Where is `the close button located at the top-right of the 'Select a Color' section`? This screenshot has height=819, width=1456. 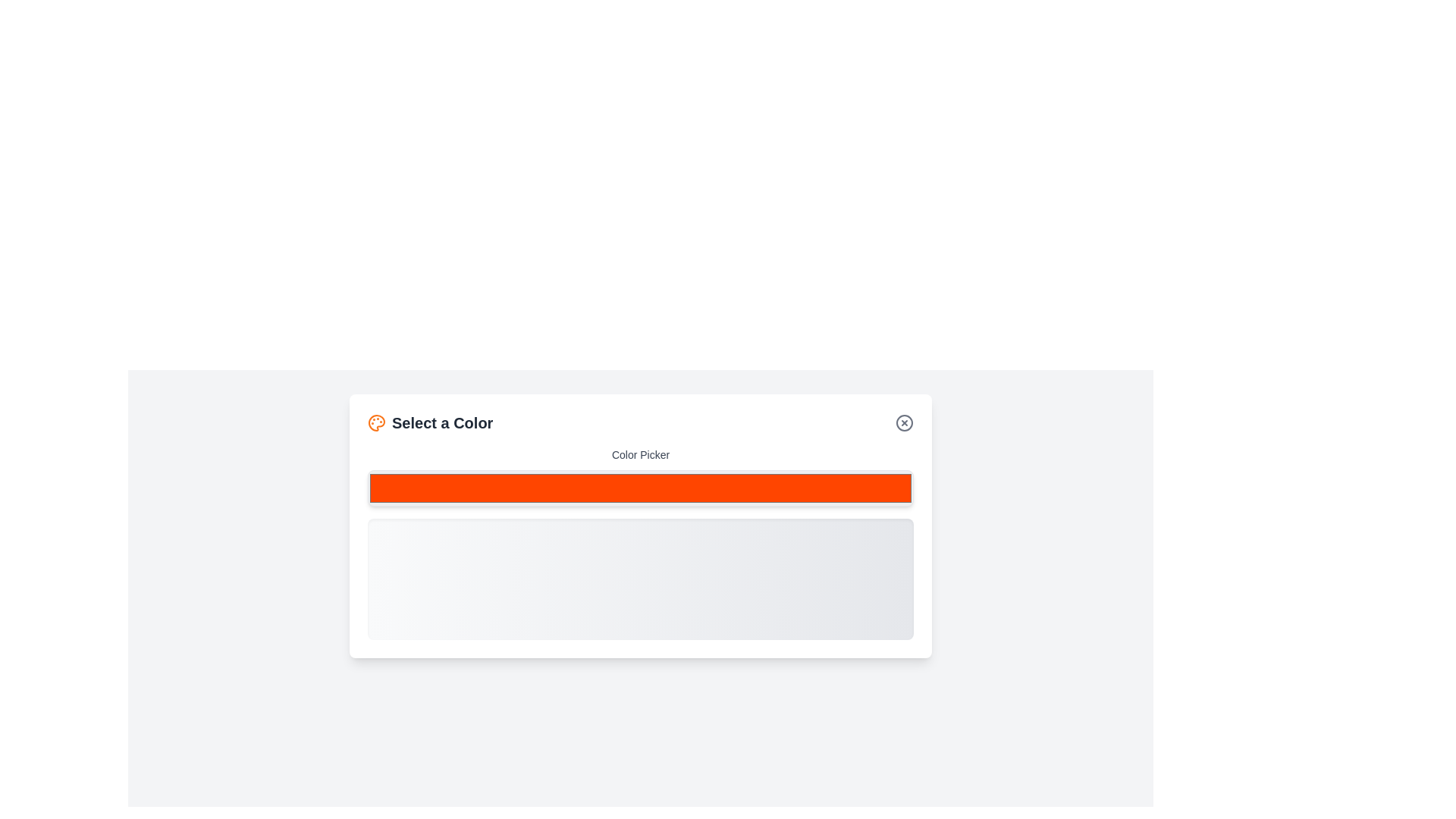
the close button located at the top-right of the 'Select a Color' section is located at coordinates (905, 423).